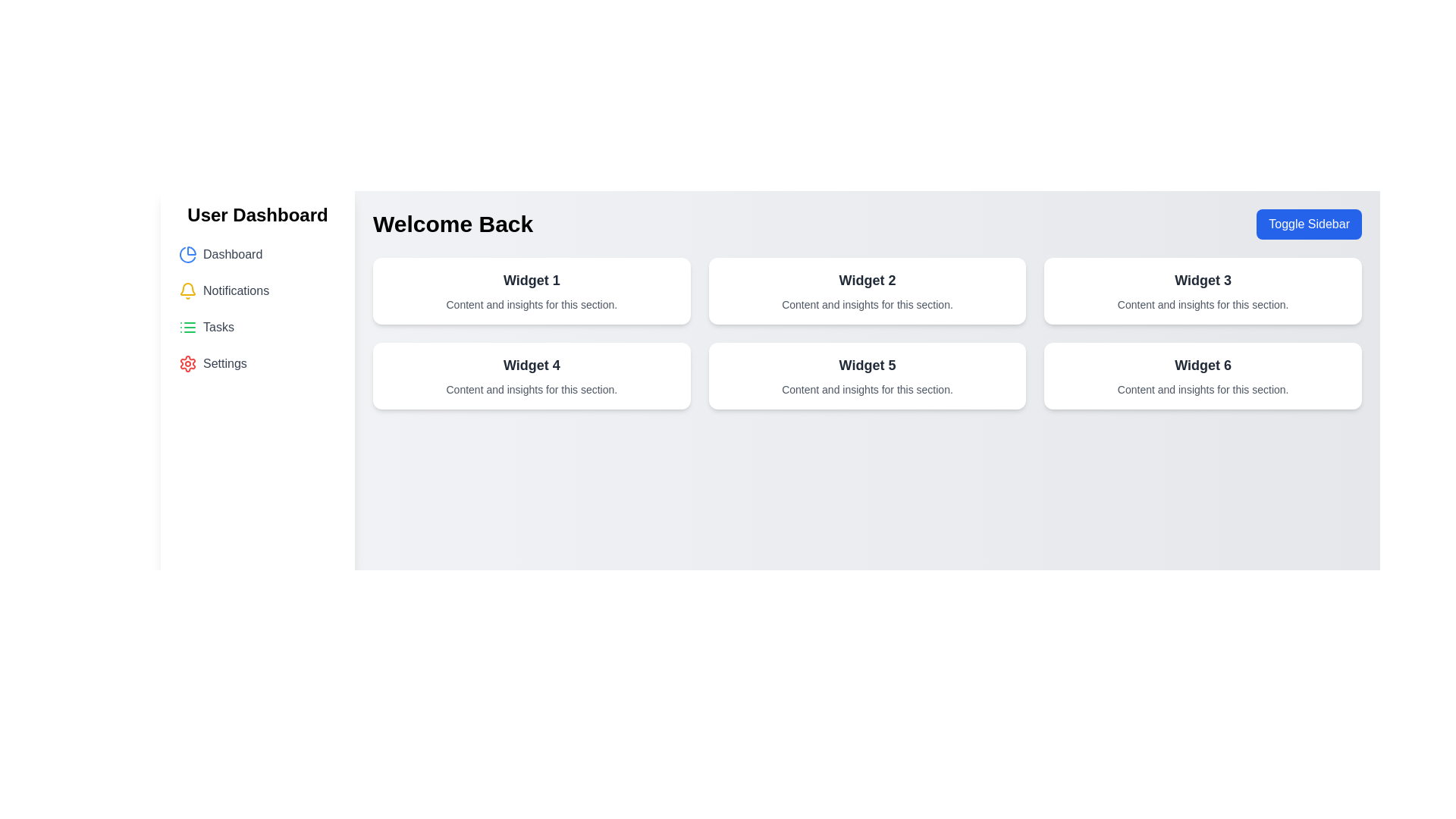 Image resolution: width=1456 pixels, height=819 pixels. I want to click on text 'Dashboard' from the Text label displayed in gray font within the navigational menu on the left side of the interface, located below 'User Dashboard', so click(232, 253).